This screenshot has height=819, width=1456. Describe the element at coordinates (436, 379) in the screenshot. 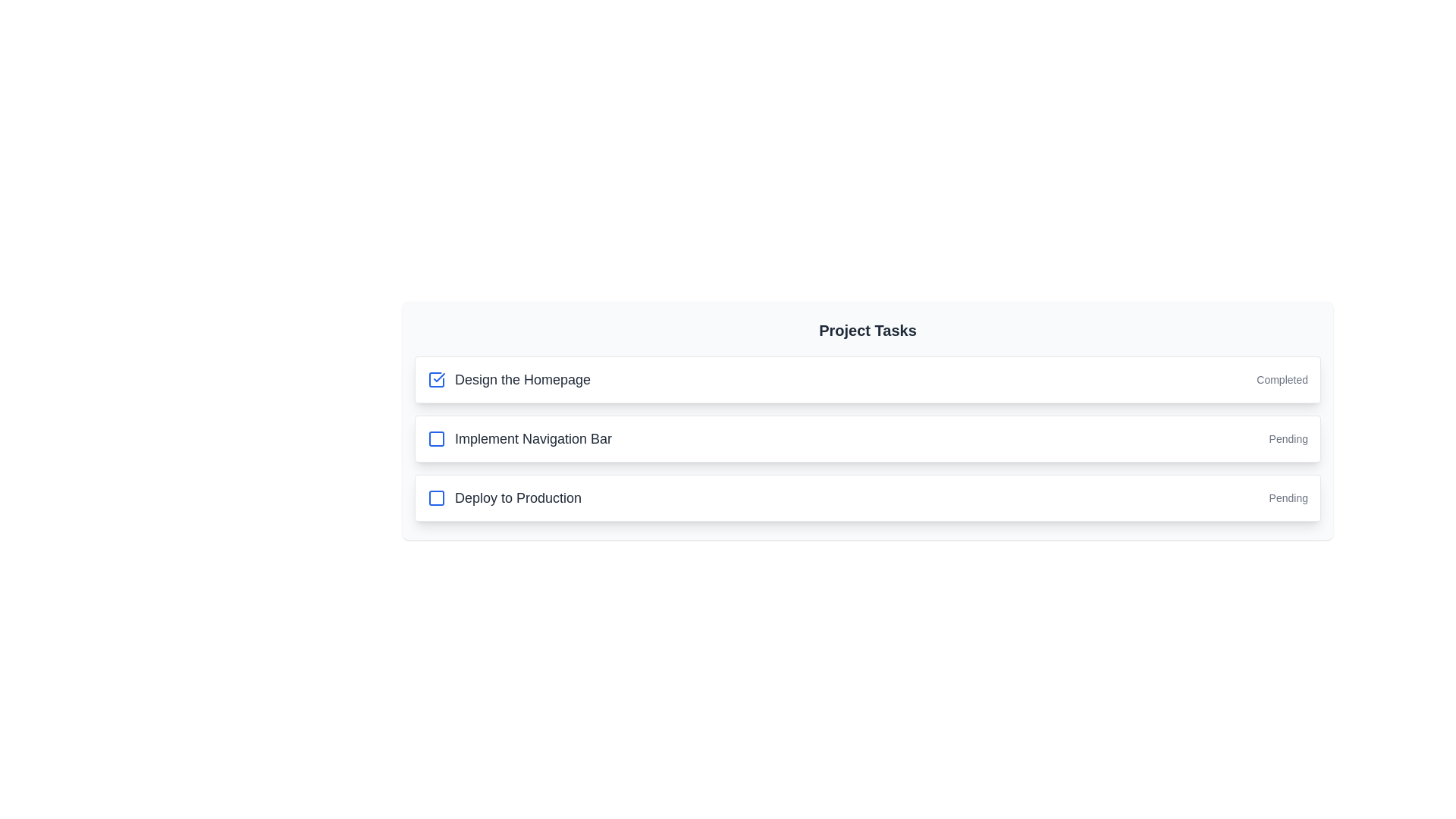

I see `the checkbox indicating the completion status of the 'Design the Homepage' task` at that location.